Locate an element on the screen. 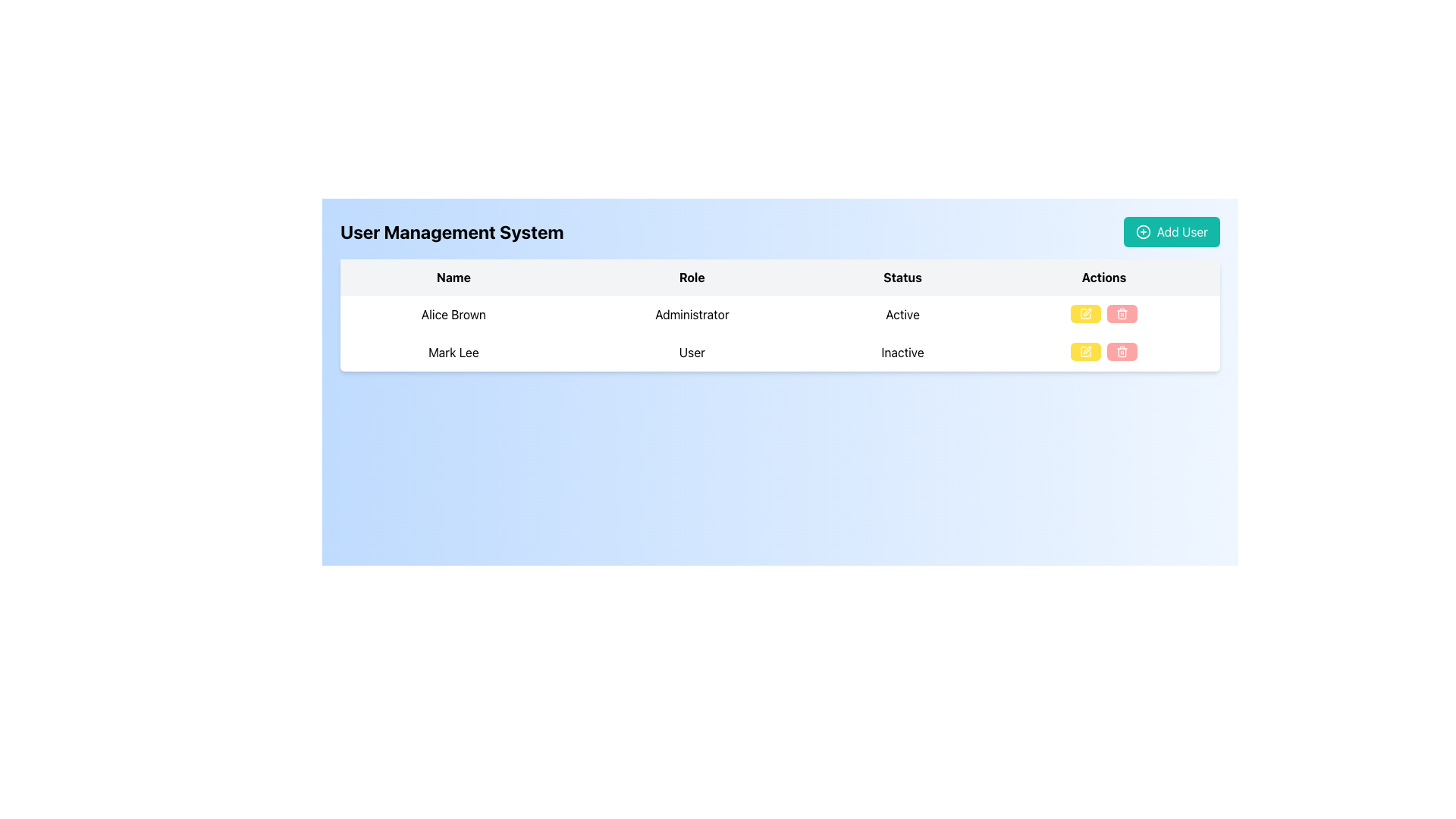  the SVG-based graphical icon representing the action to add a user, which is located within the 'Add User' button in the top-right corner of the interface is located at coordinates (1143, 231).